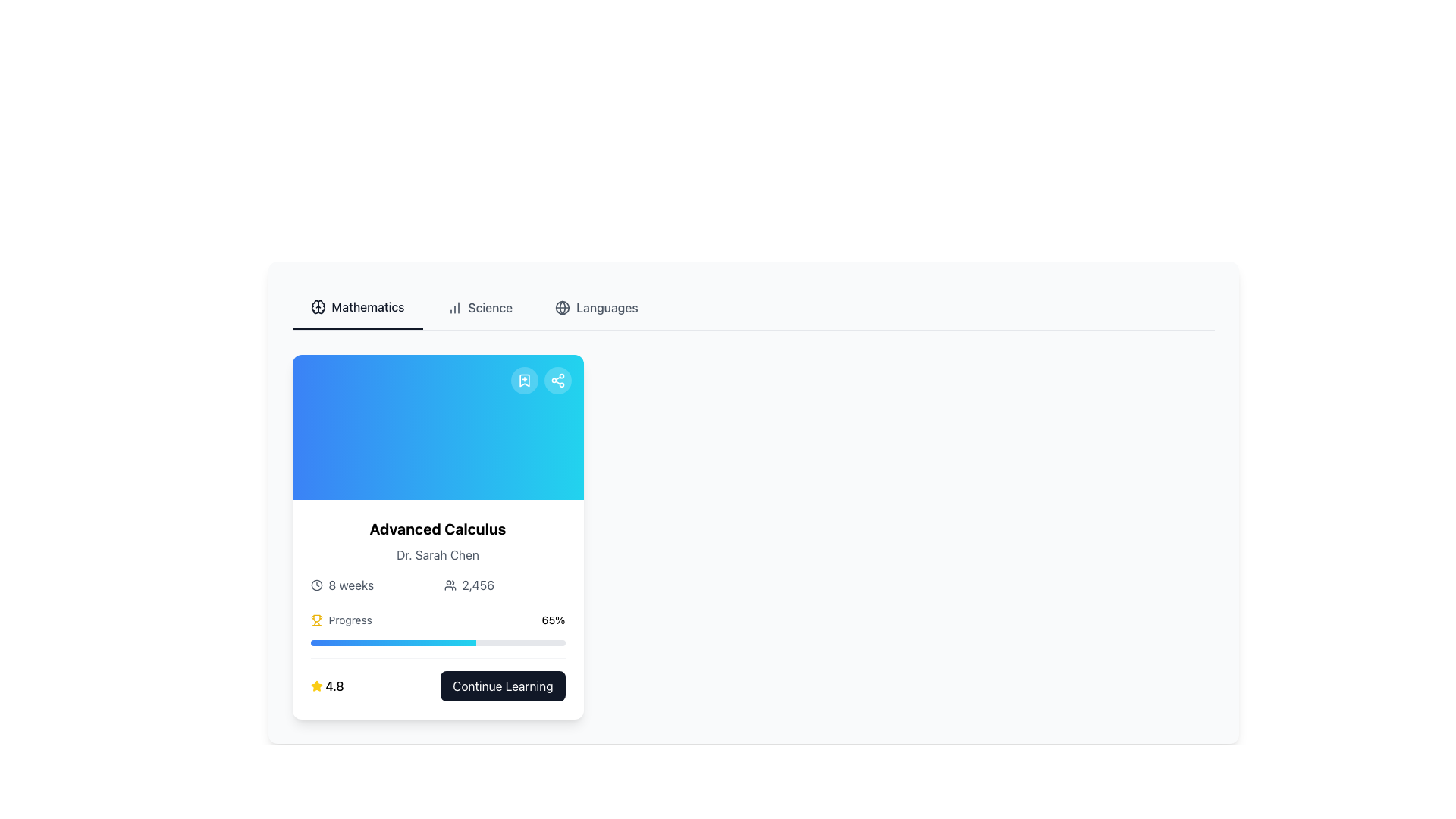 This screenshot has width=1456, height=819. Describe the element at coordinates (437, 656) in the screenshot. I see `the progress percentage displayed in the Progress Indicator with Supporting Text for the 'Advanced Calculus' course, which shows '65%'` at that location.